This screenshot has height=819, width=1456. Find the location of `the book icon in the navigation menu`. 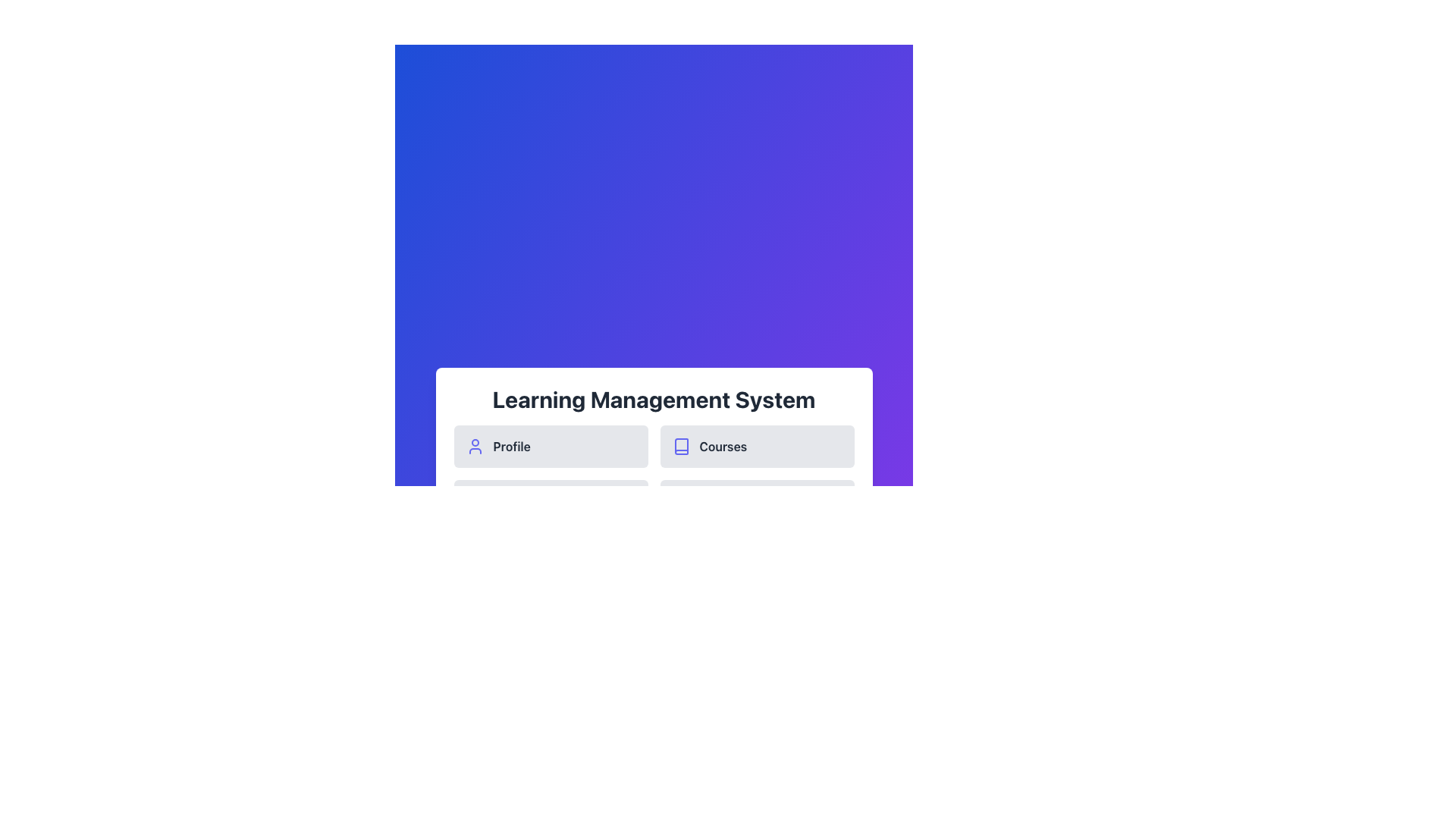

the book icon in the navigation menu is located at coordinates (680, 446).